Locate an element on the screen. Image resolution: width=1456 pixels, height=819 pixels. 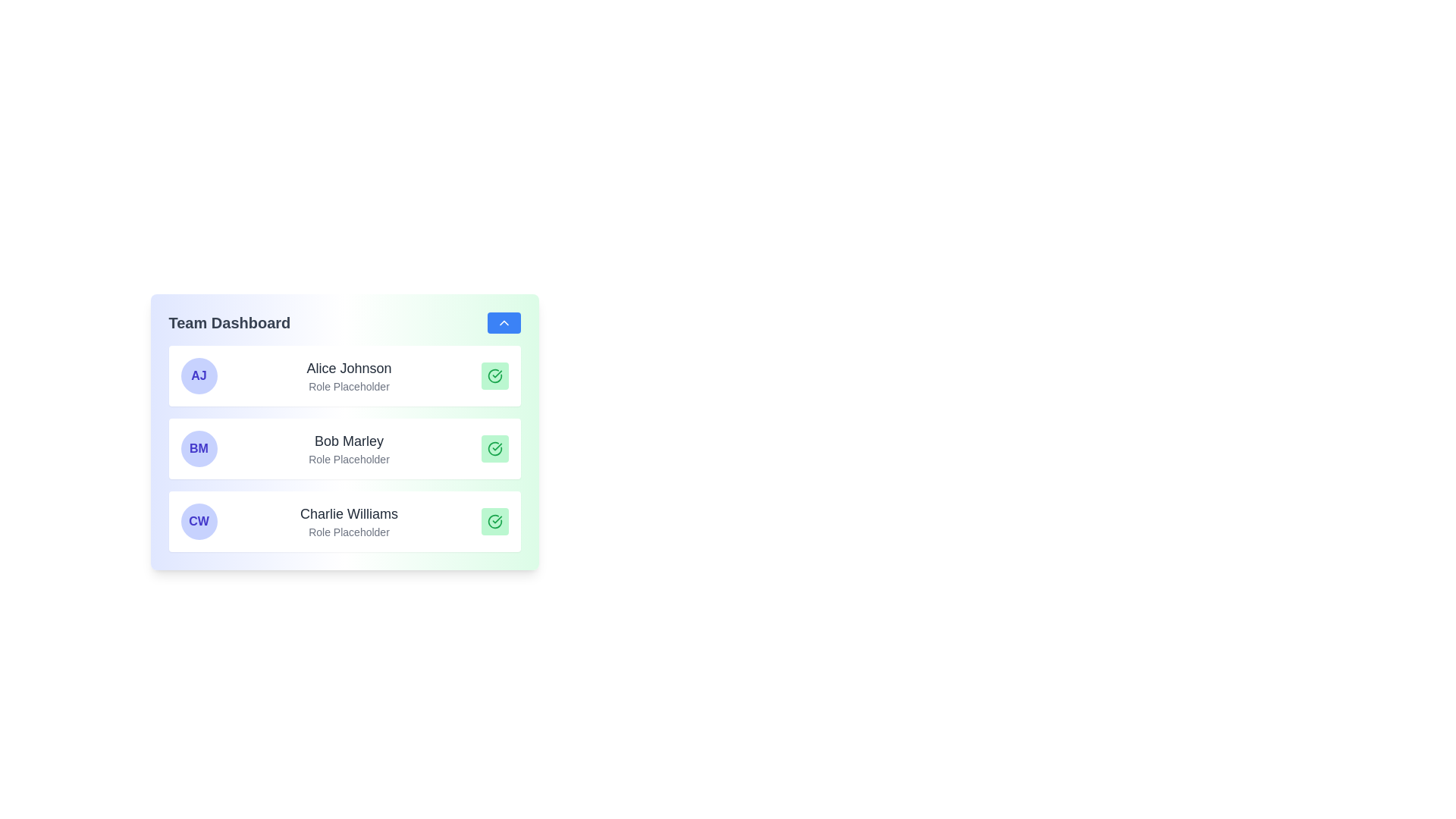
the circular icon button featuring a green check mark located to the right of 'Charlie Williams' in the bottom row of the user cards is located at coordinates (494, 520).